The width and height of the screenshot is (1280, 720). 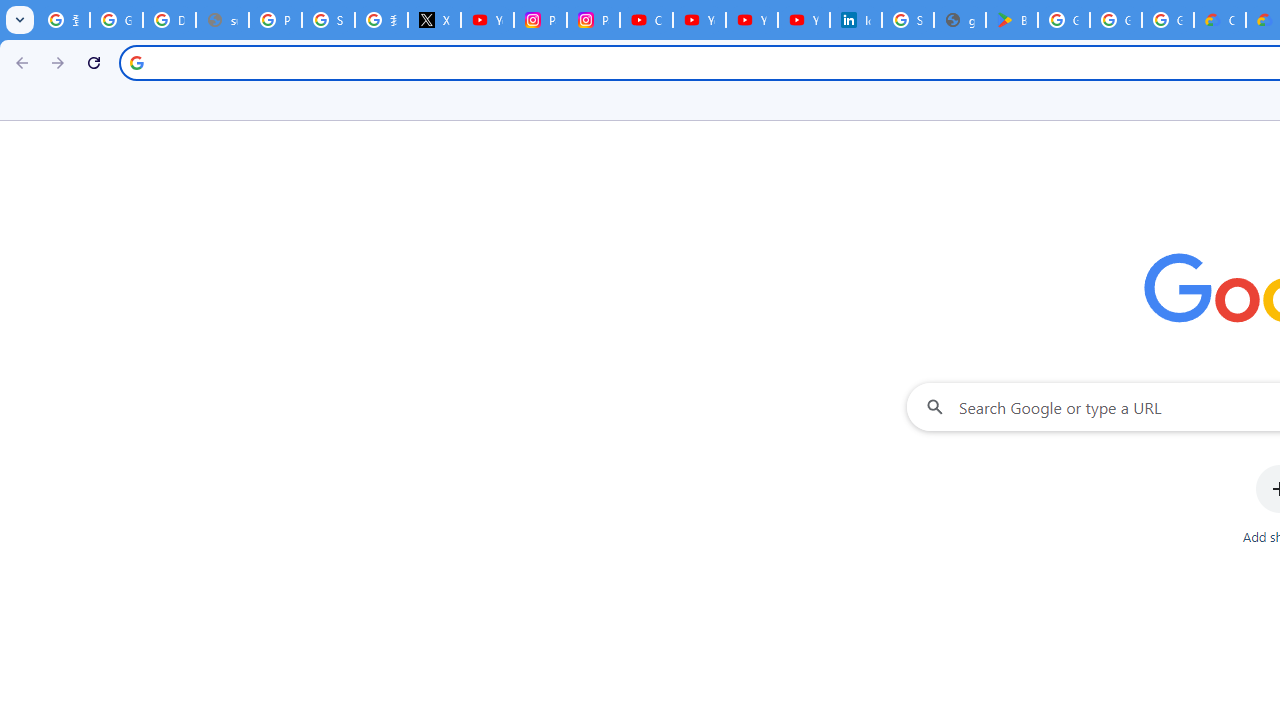 I want to click on 'support.google.com - Network error', so click(x=222, y=20).